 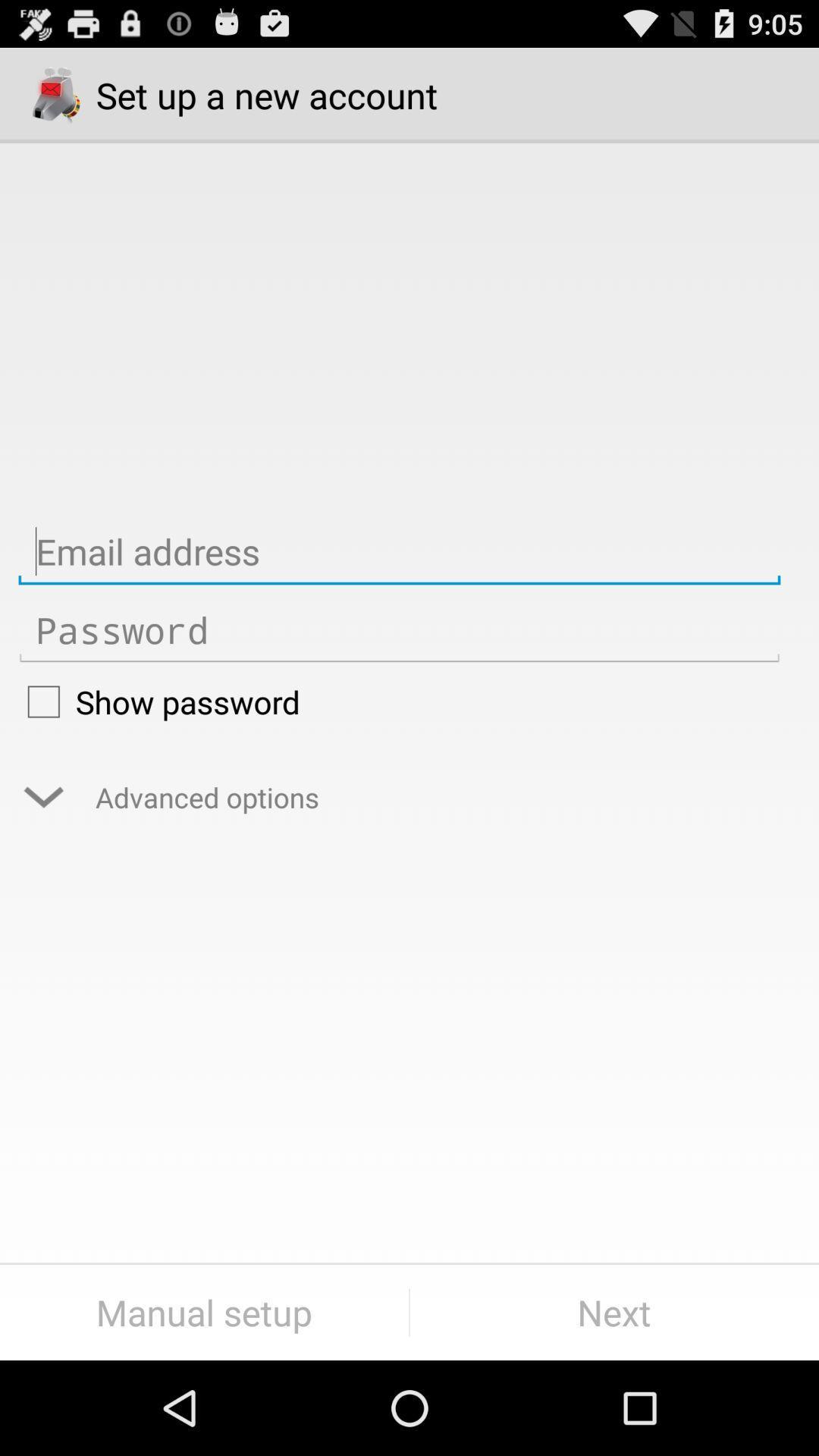 I want to click on this box was enter the password, so click(x=398, y=630).